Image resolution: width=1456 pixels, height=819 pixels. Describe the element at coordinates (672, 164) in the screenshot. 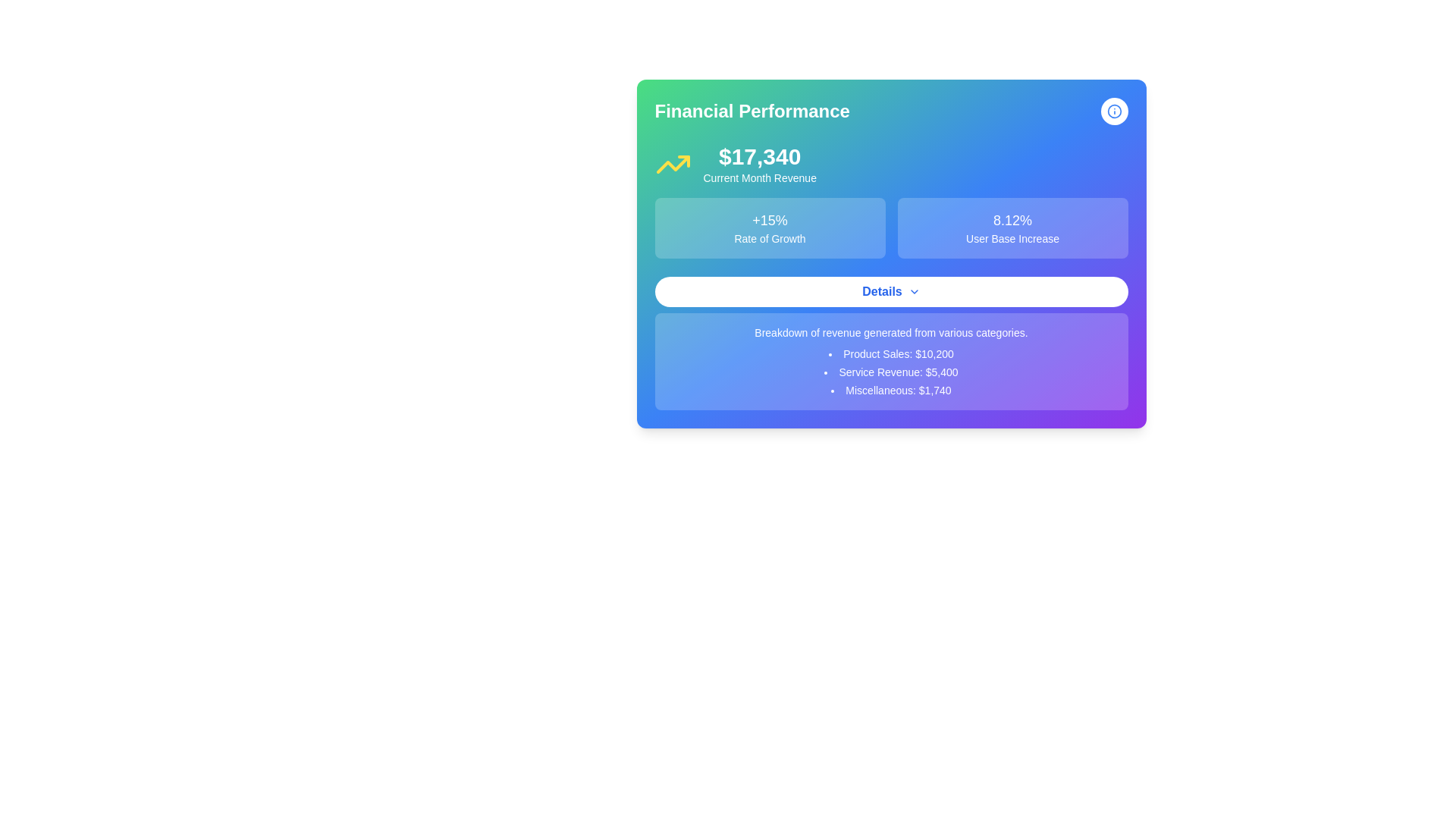

I see `the icon representing positive growth or financial improvement located to the left of the text '$17,340 Current Month Revenue' in the top-left corner of the financial performance panel` at that location.